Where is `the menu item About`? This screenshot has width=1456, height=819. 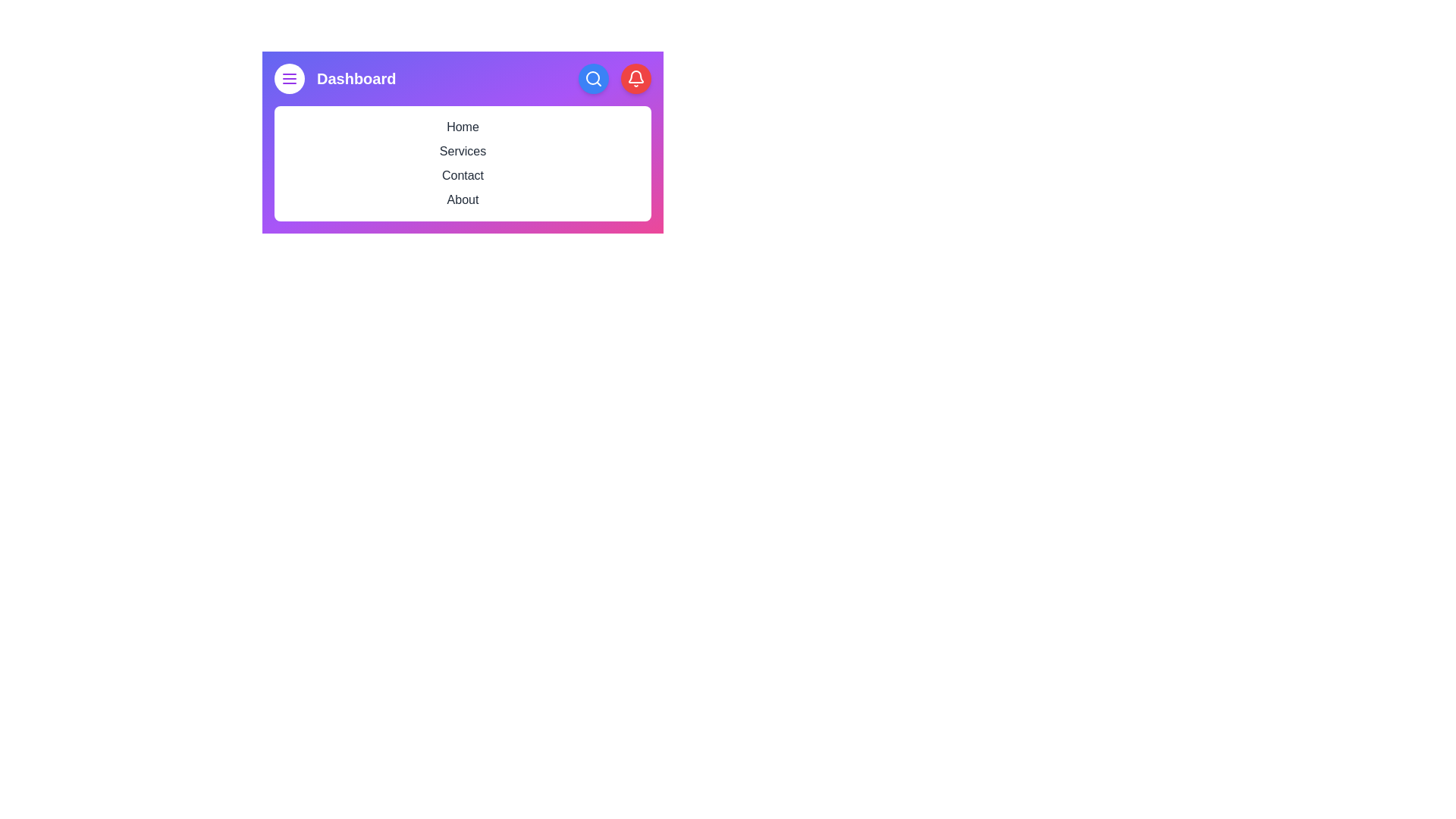 the menu item About is located at coordinates (462, 199).